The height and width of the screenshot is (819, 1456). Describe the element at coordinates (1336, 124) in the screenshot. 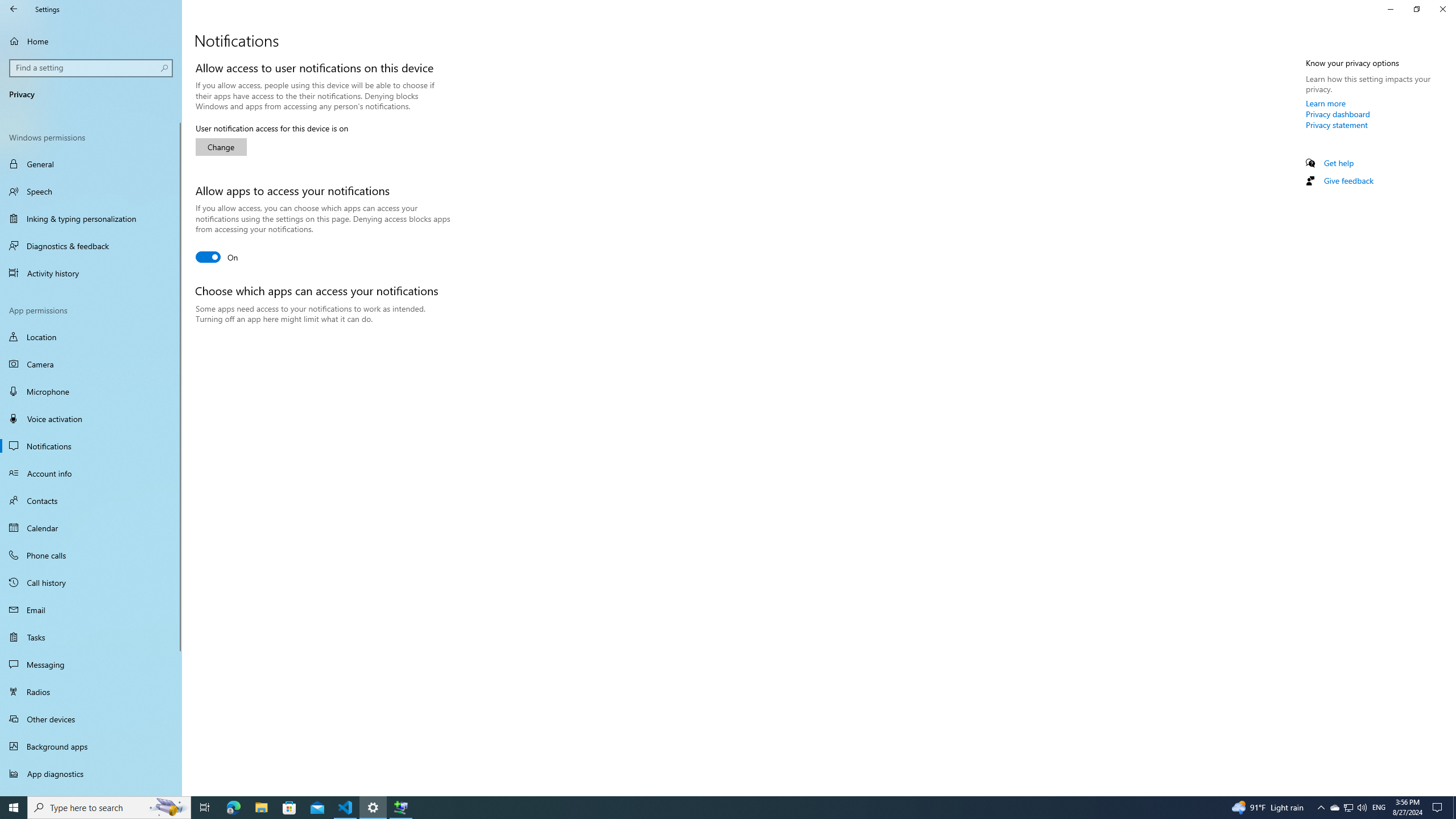

I see `'Privacy statement'` at that location.